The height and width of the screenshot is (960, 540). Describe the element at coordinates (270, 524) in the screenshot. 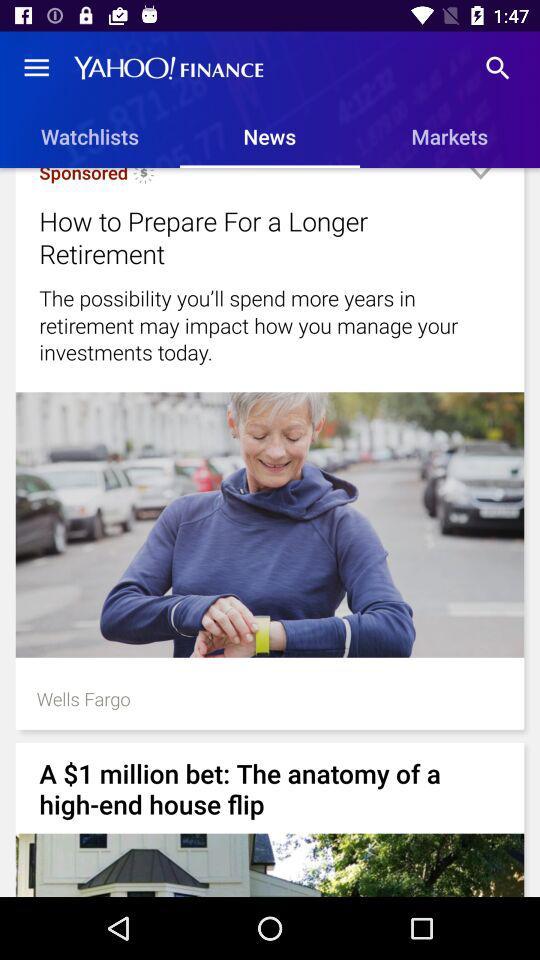

I see `item above the wells fargo item` at that location.